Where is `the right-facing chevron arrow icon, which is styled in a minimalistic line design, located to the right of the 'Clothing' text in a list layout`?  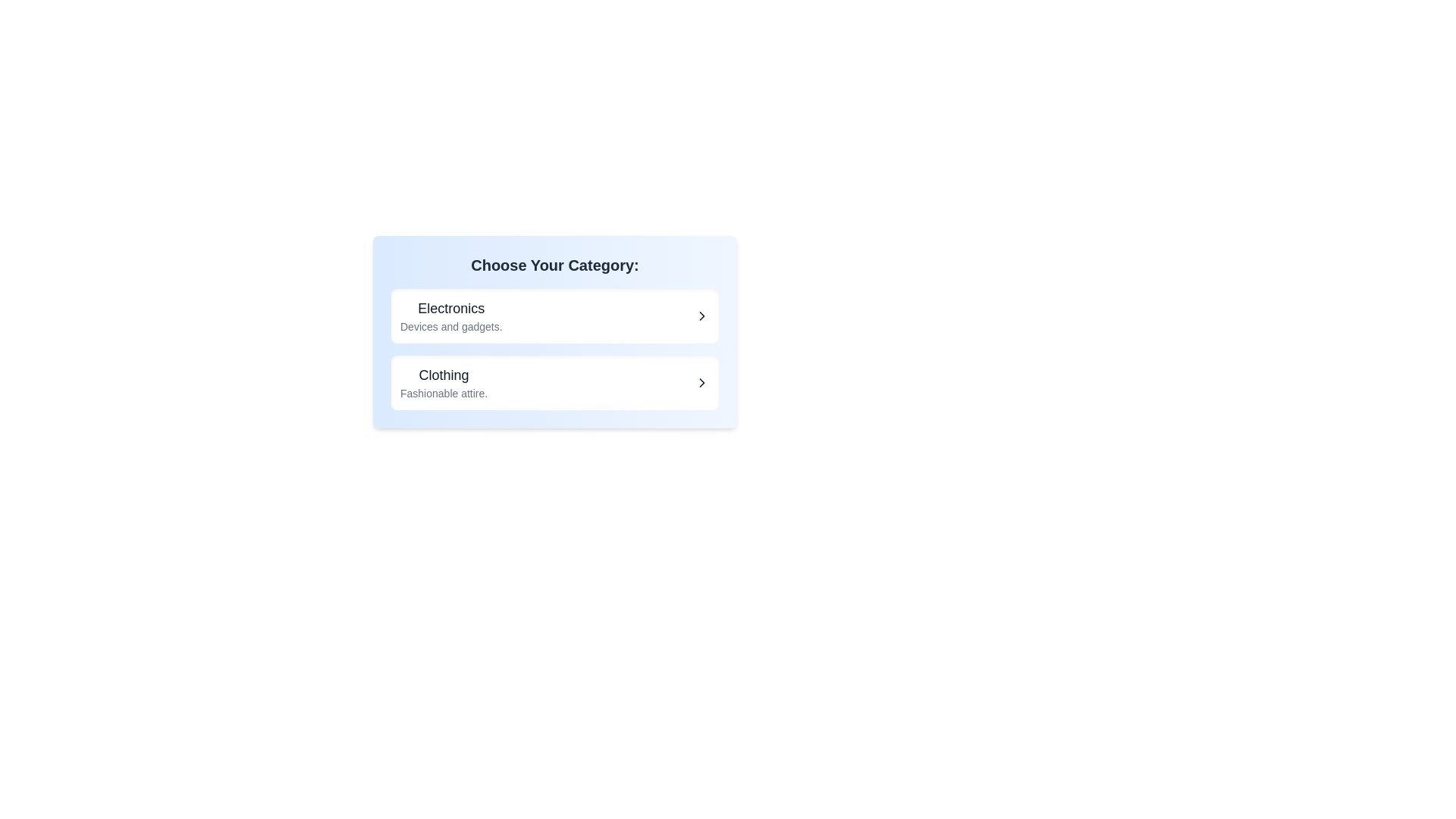 the right-facing chevron arrow icon, which is styled in a minimalistic line design, located to the right of the 'Clothing' text in a list layout is located at coordinates (701, 382).